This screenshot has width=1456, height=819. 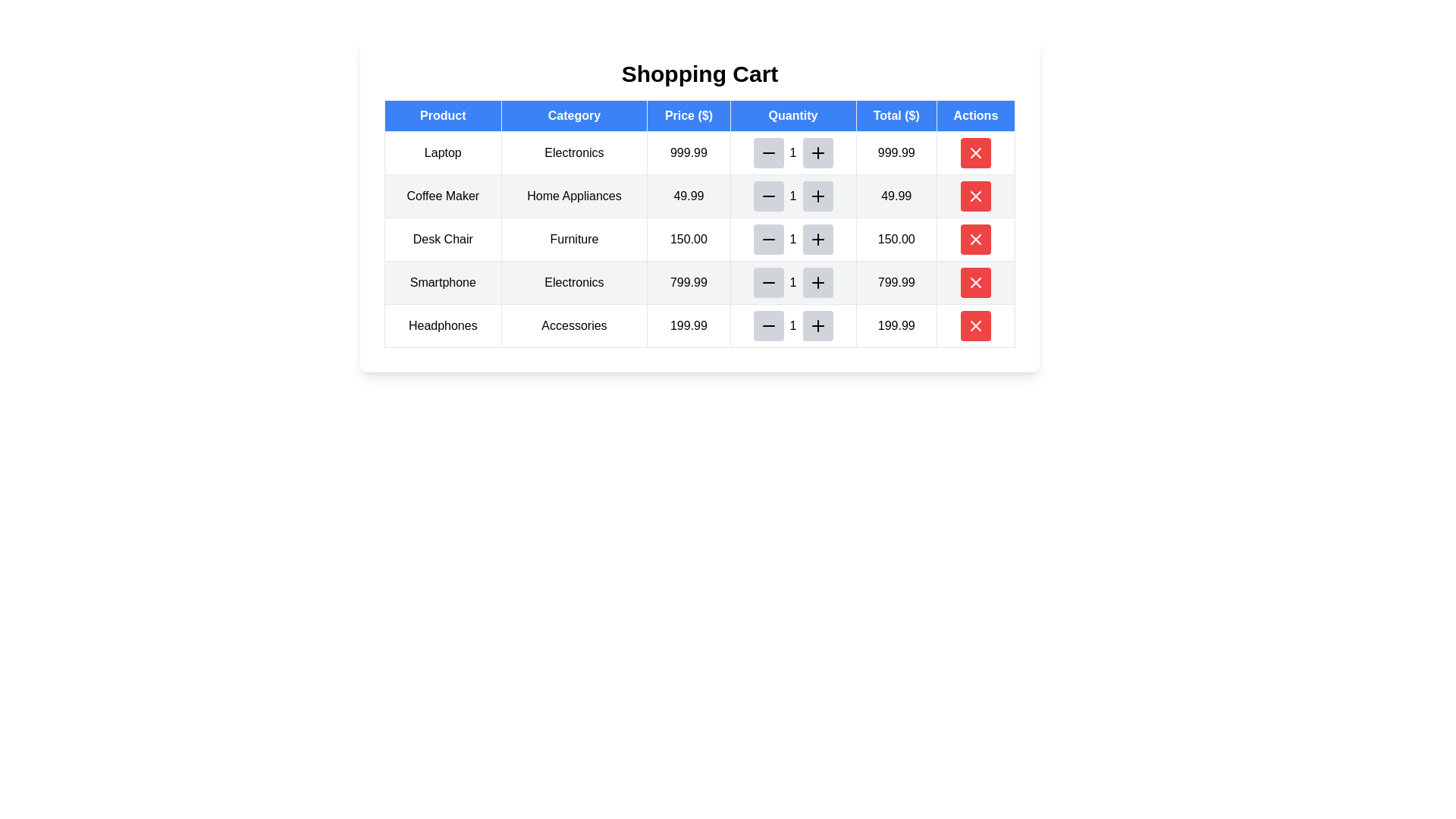 What do you see at coordinates (688, 115) in the screenshot?
I see `the third cell in the header row of the table, which indicates the price of the product in dollars` at bounding box center [688, 115].